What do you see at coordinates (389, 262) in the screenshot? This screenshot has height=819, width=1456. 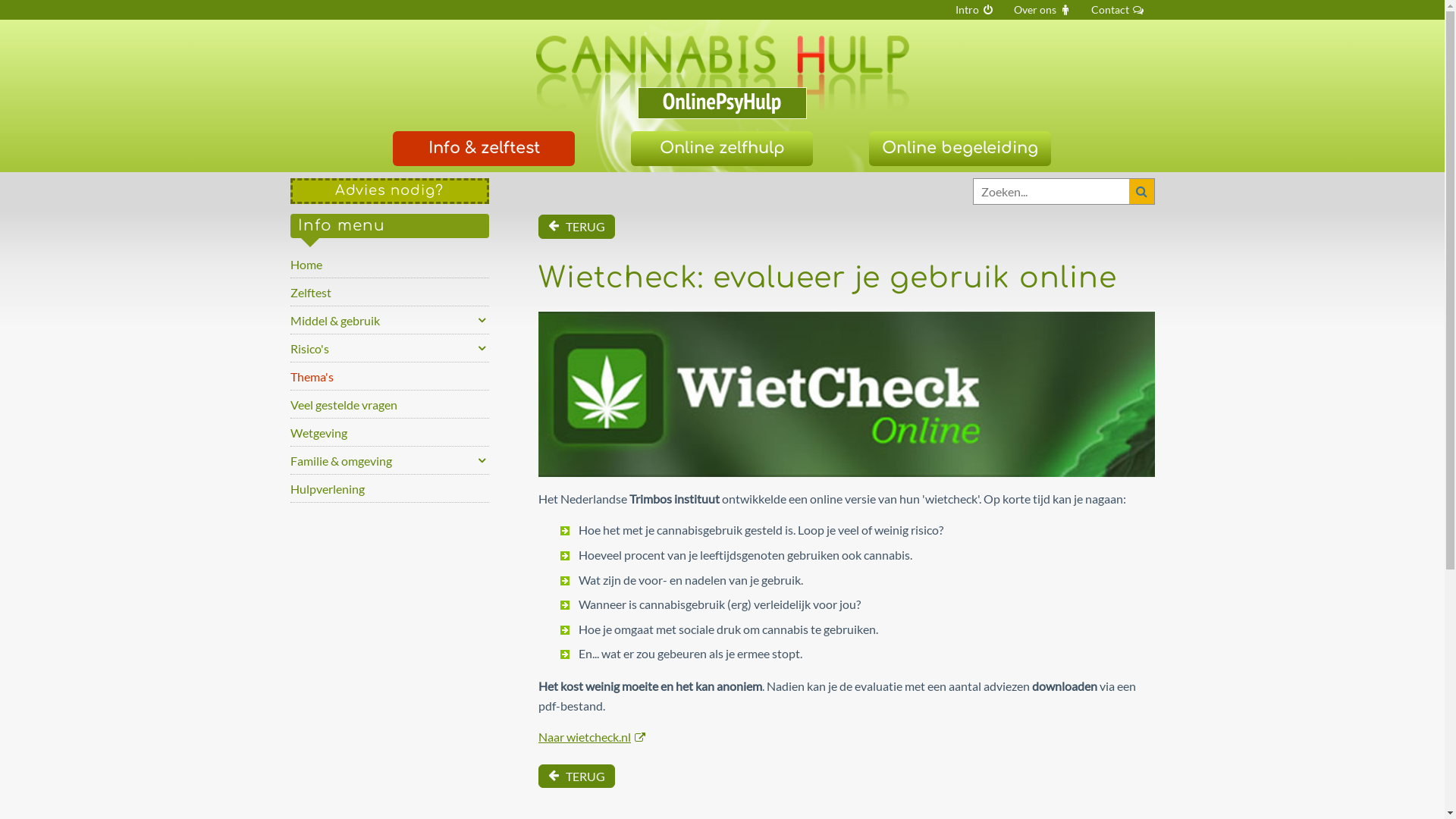 I see `'Home'` at bounding box center [389, 262].